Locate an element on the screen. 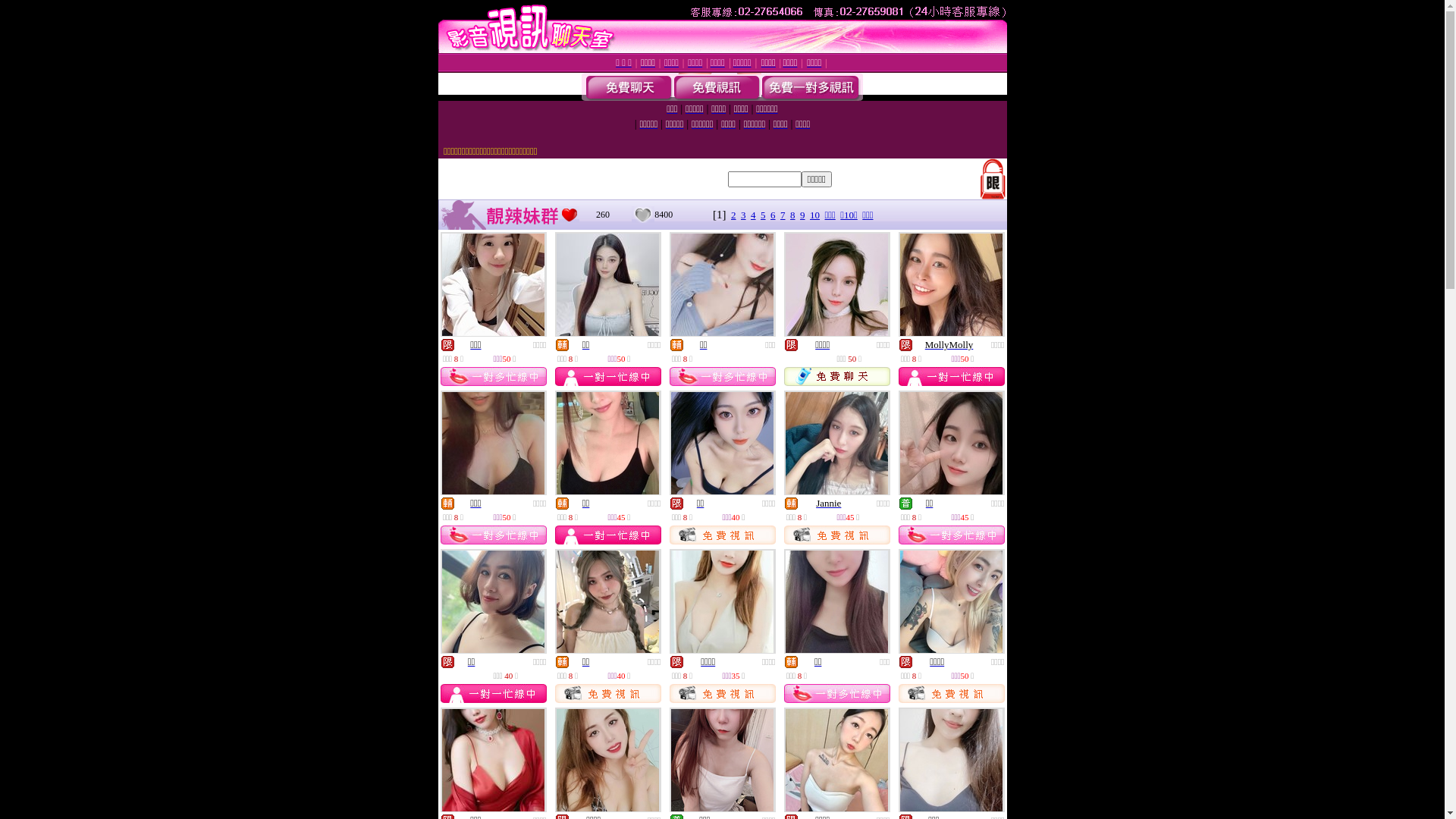 The height and width of the screenshot is (819, 1456). '10' is located at coordinates (814, 215).